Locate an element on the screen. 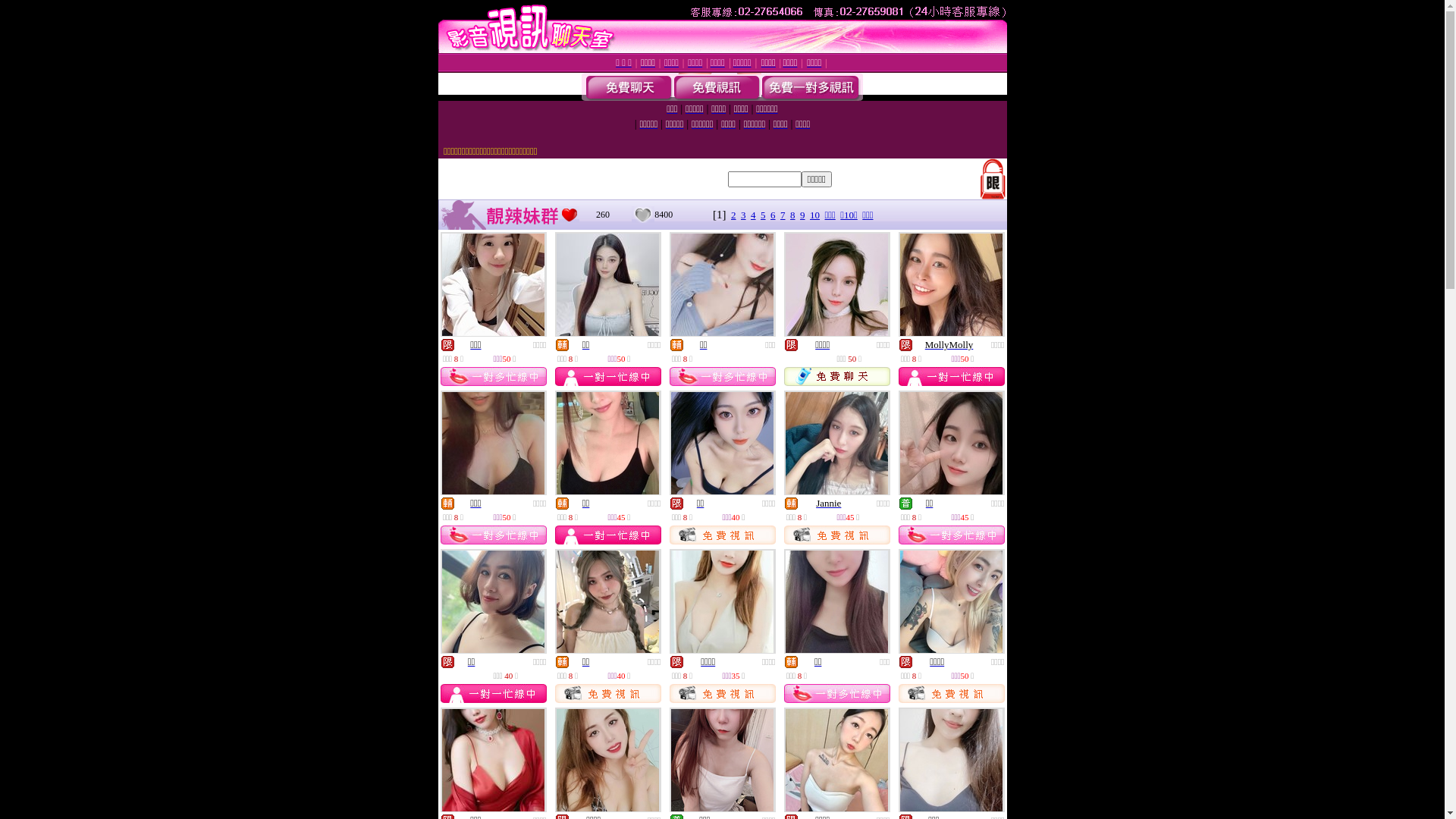 The height and width of the screenshot is (819, 1456). '10' is located at coordinates (814, 215).